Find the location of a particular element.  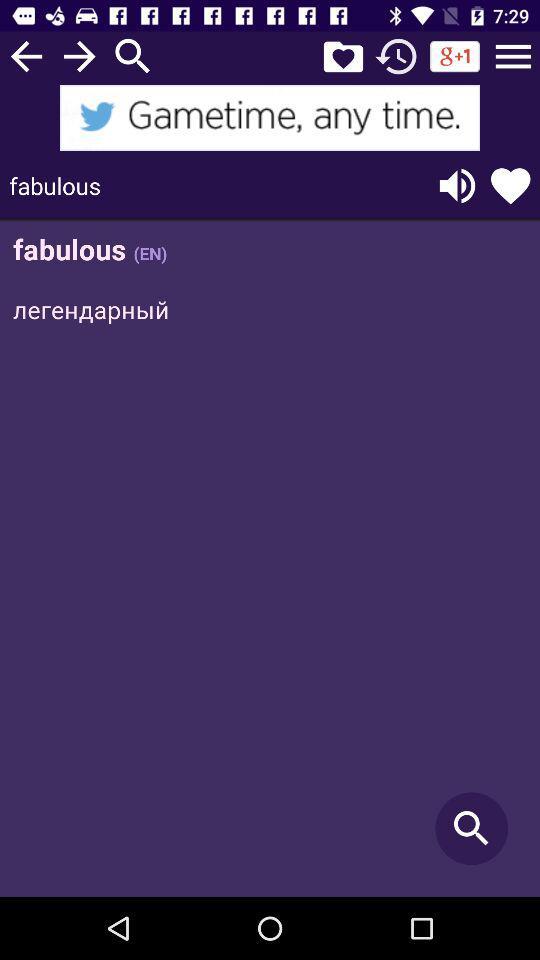

the search icon is located at coordinates (133, 55).